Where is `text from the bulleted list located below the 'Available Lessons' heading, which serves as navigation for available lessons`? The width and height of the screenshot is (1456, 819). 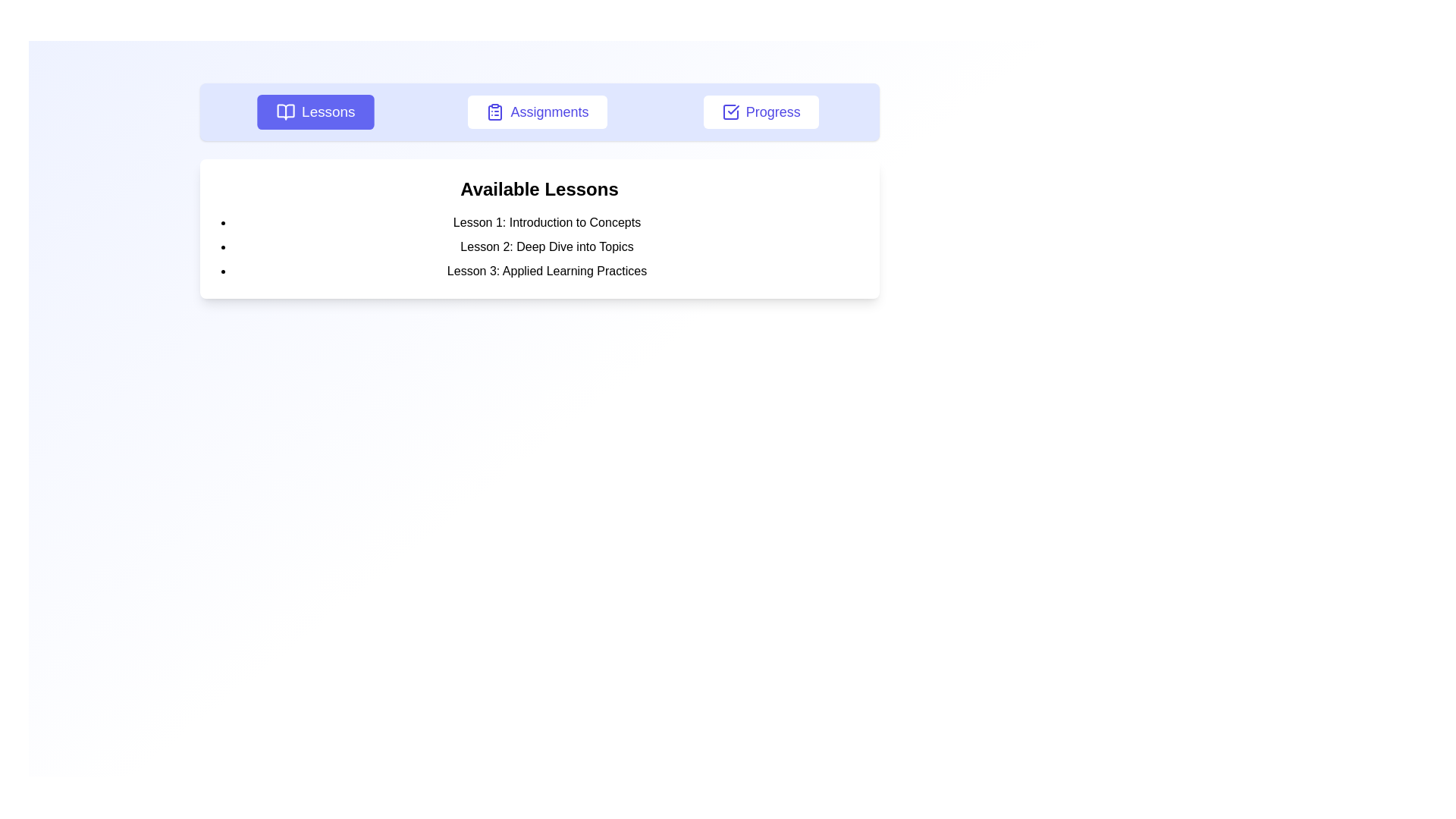 text from the bulleted list located below the 'Available Lessons' heading, which serves as navigation for available lessons is located at coordinates (539, 246).